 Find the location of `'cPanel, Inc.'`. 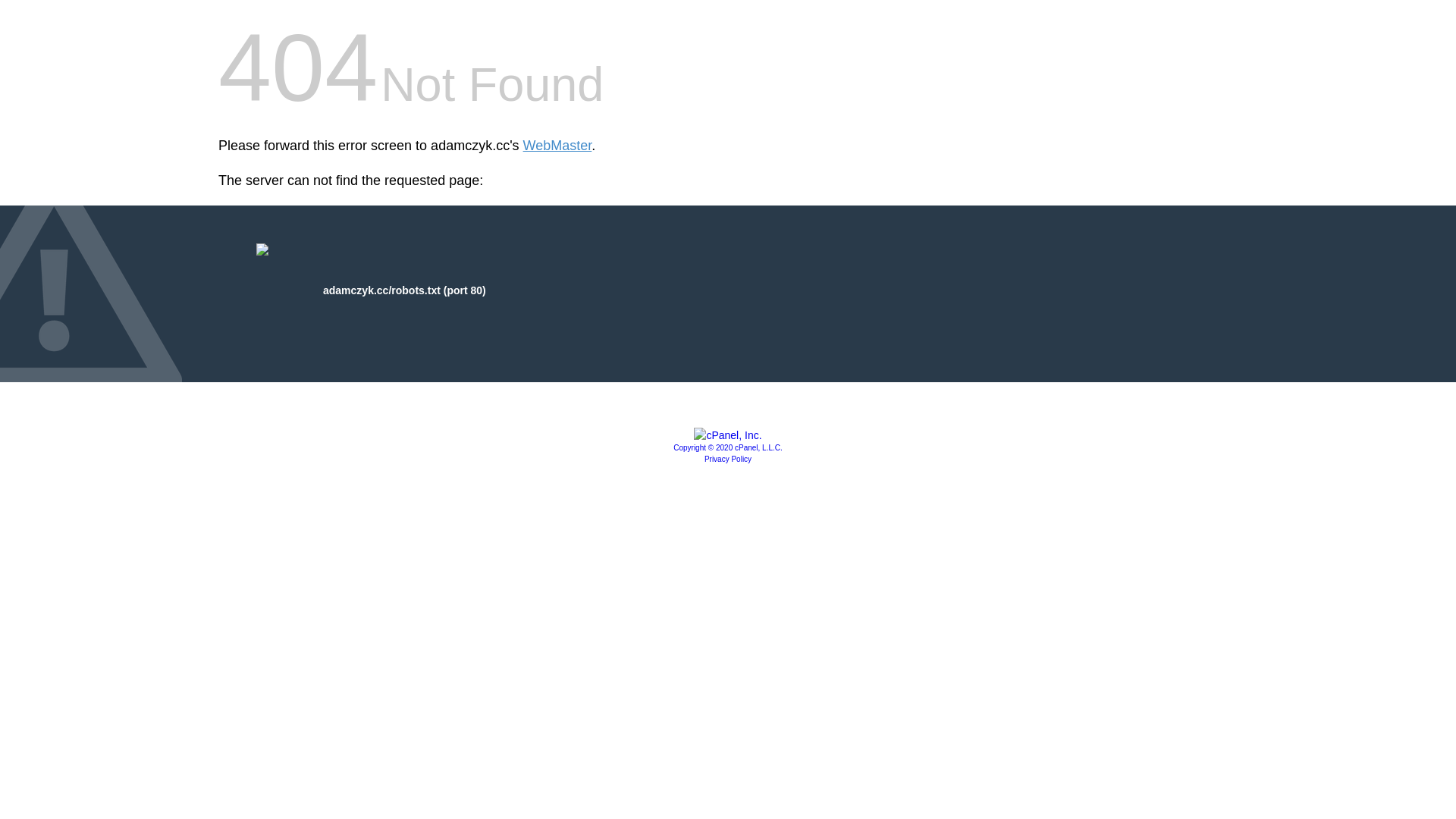

'cPanel, Inc.' is located at coordinates (726, 435).